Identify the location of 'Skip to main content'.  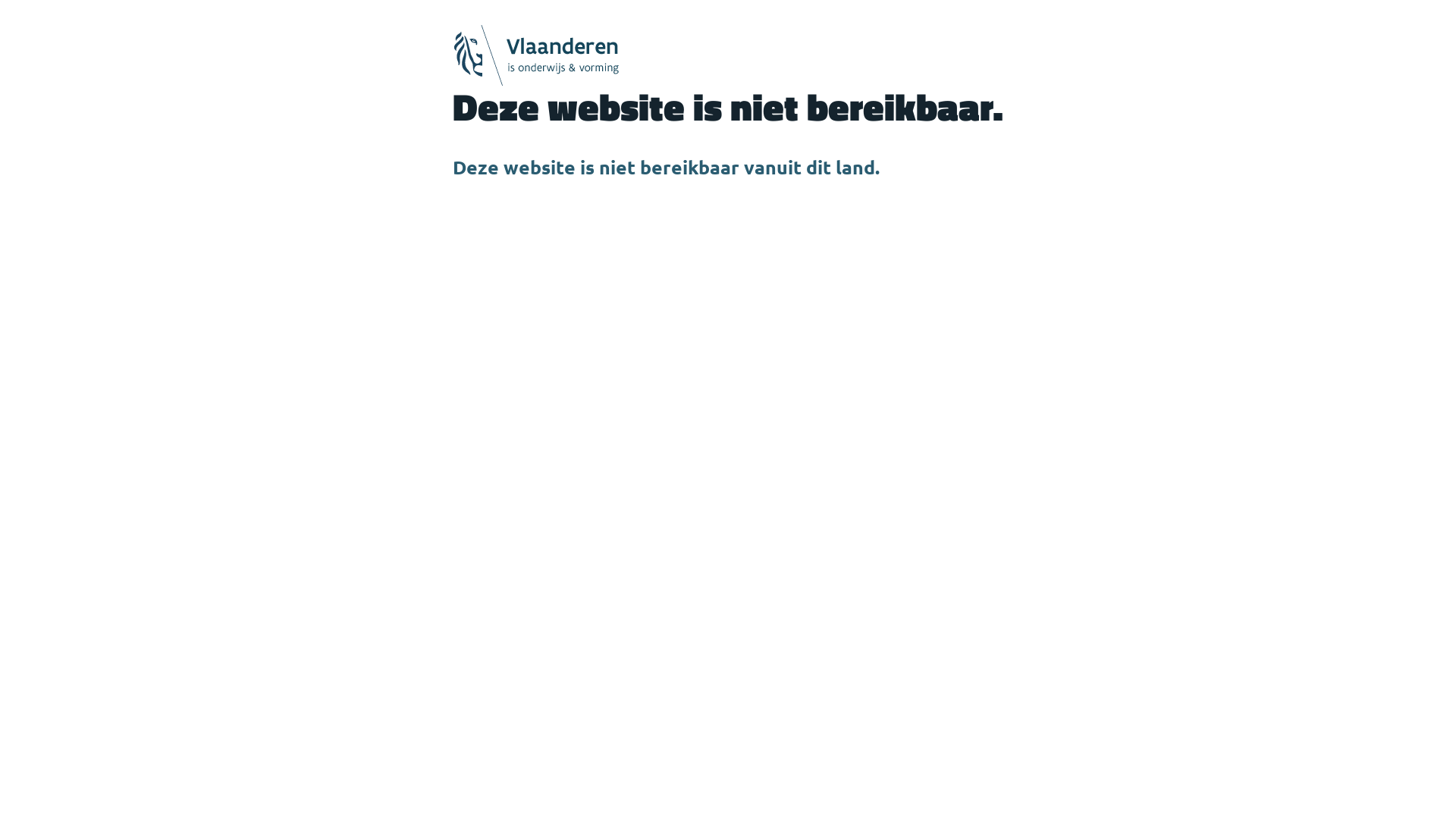
(0, 0).